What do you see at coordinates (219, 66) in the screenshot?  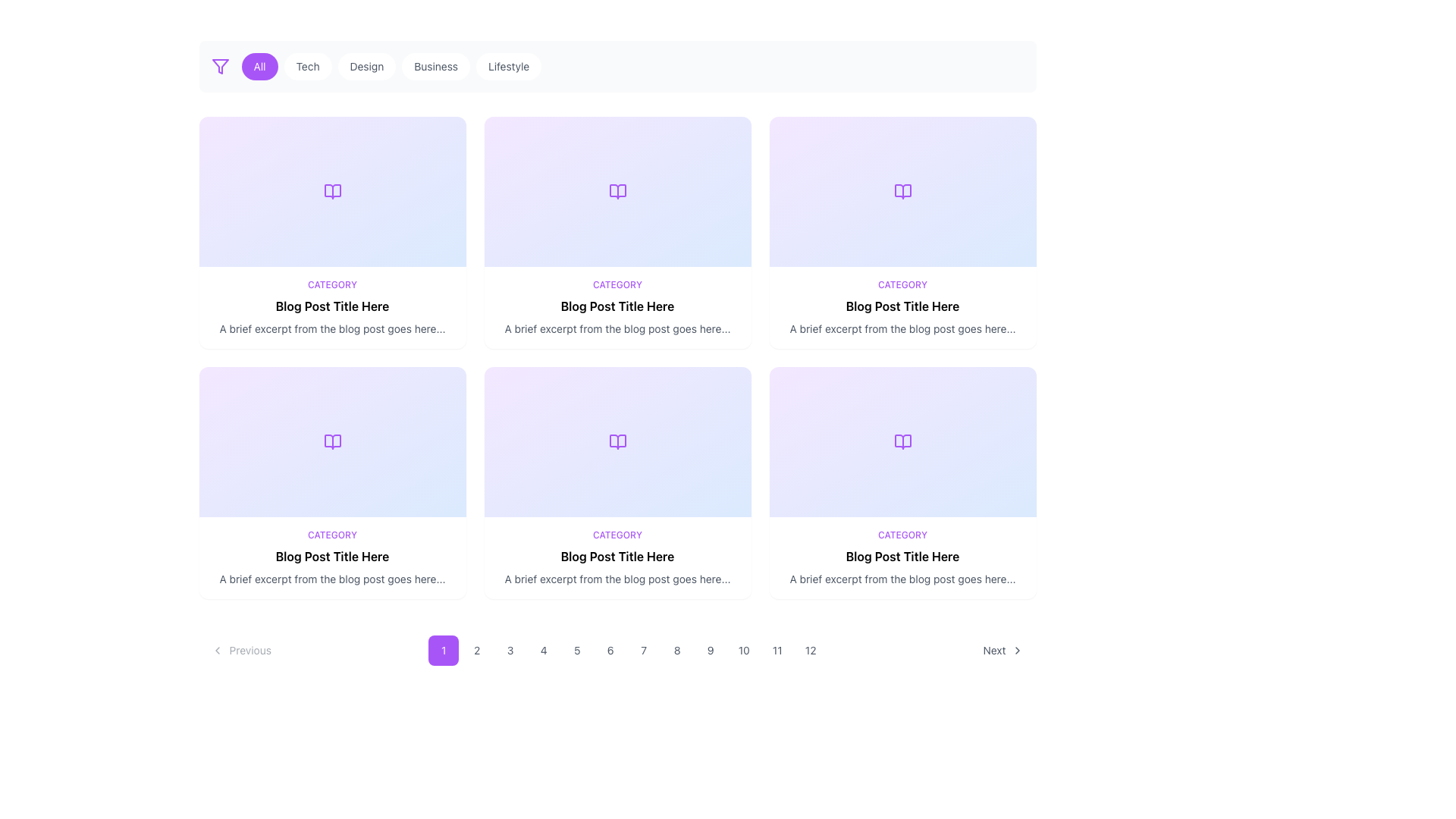 I see `the filter icon located at the far left of the filter options row to trigger a tooltip or visual feedback` at bounding box center [219, 66].